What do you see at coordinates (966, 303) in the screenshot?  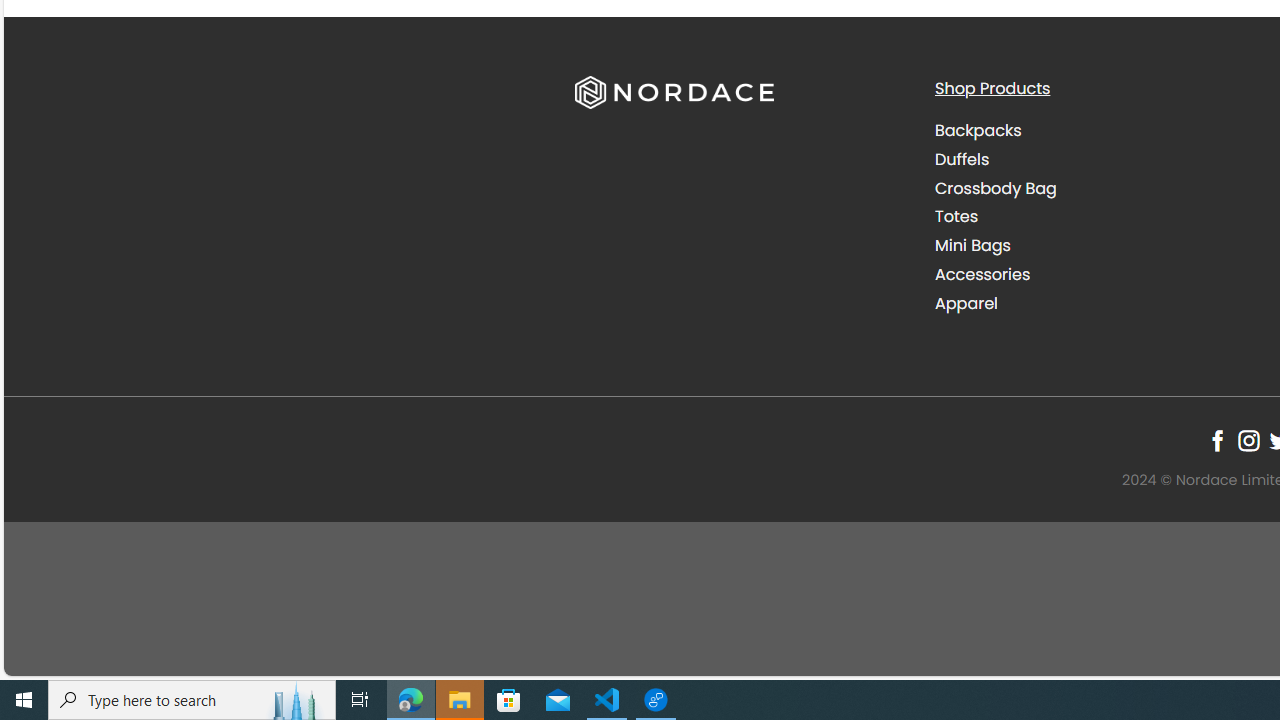 I see `'Apparel'` at bounding box center [966, 303].